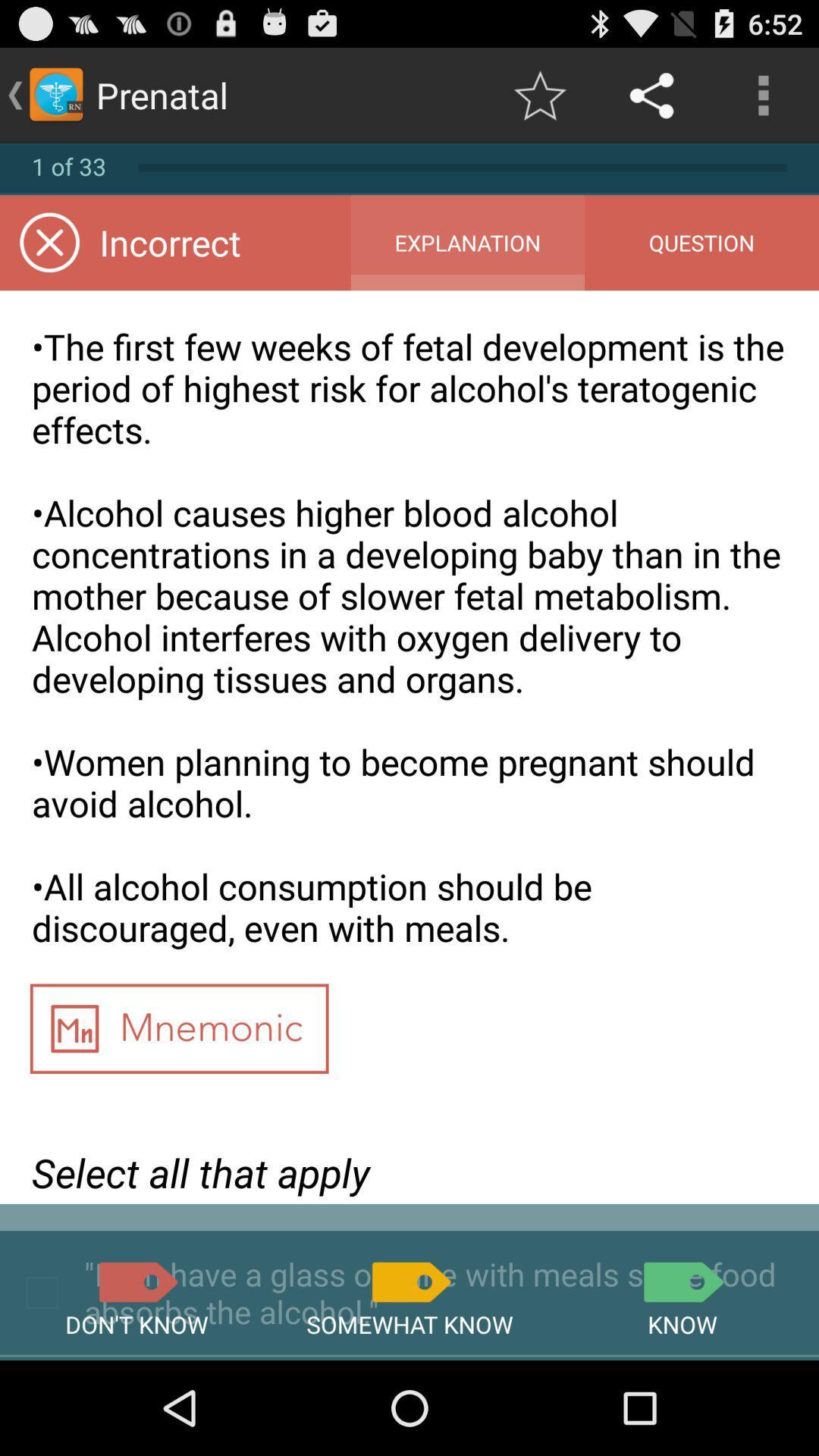 The height and width of the screenshot is (1456, 819). What do you see at coordinates (136, 1281) in the screenshot?
I see `list as do n't know` at bounding box center [136, 1281].